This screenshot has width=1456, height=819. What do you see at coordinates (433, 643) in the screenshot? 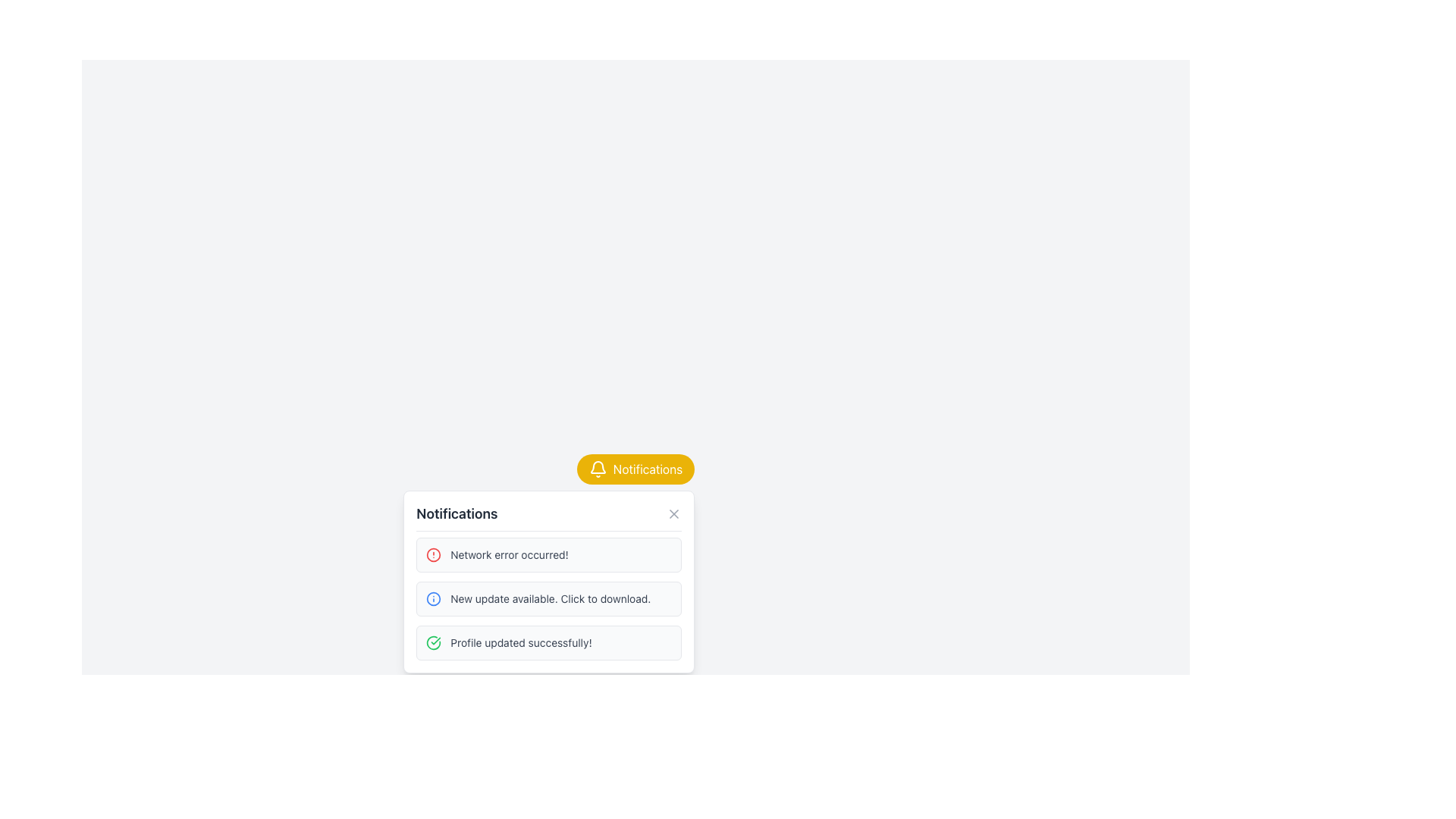
I see `the profile update confirmation icon, which is the leftmost component of the notifications list preceding the text 'Profile updated successfully!'` at bounding box center [433, 643].